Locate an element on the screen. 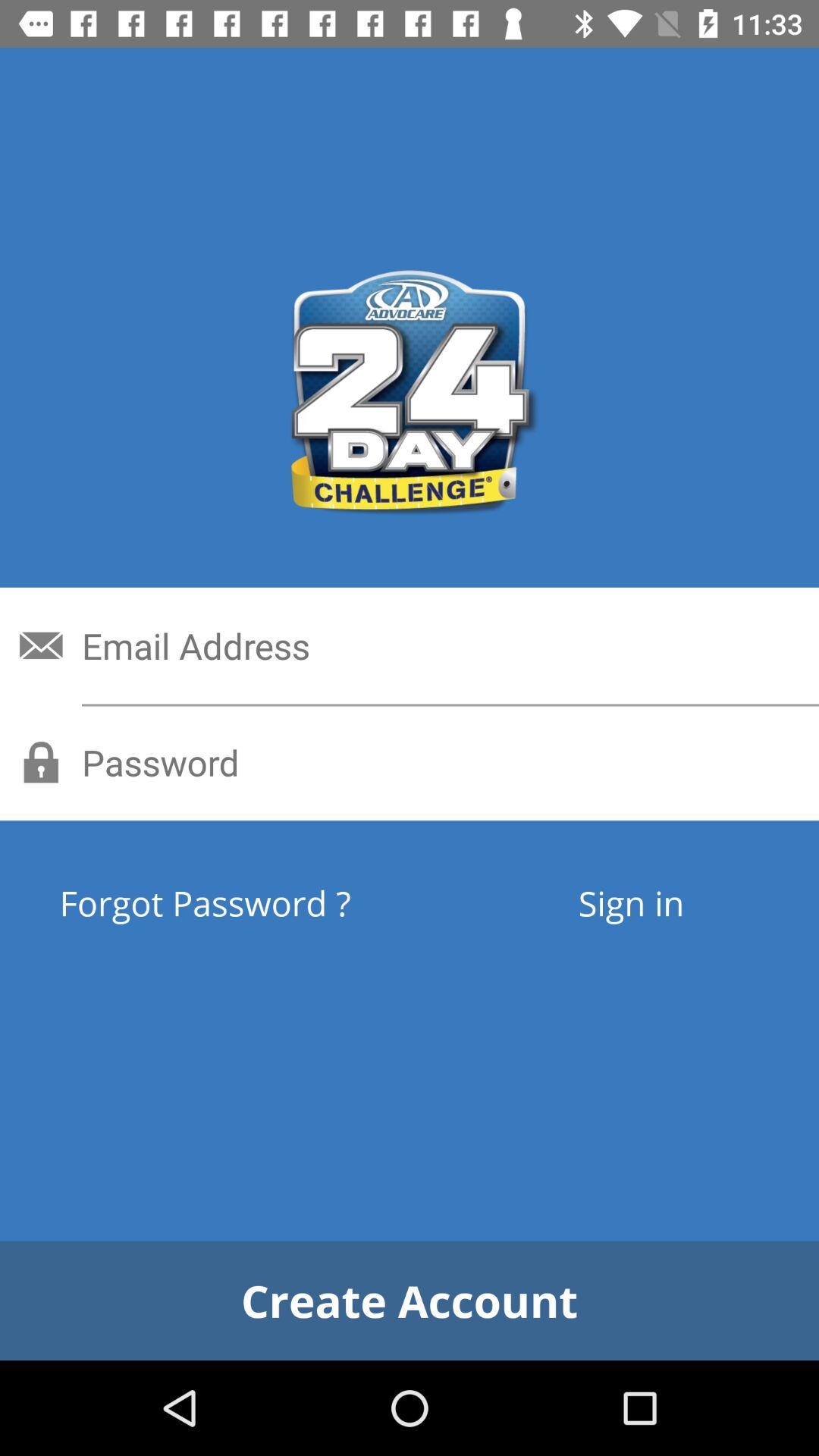 This screenshot has height=1456, width=819. the create account is located at coordinates (409, 1300).